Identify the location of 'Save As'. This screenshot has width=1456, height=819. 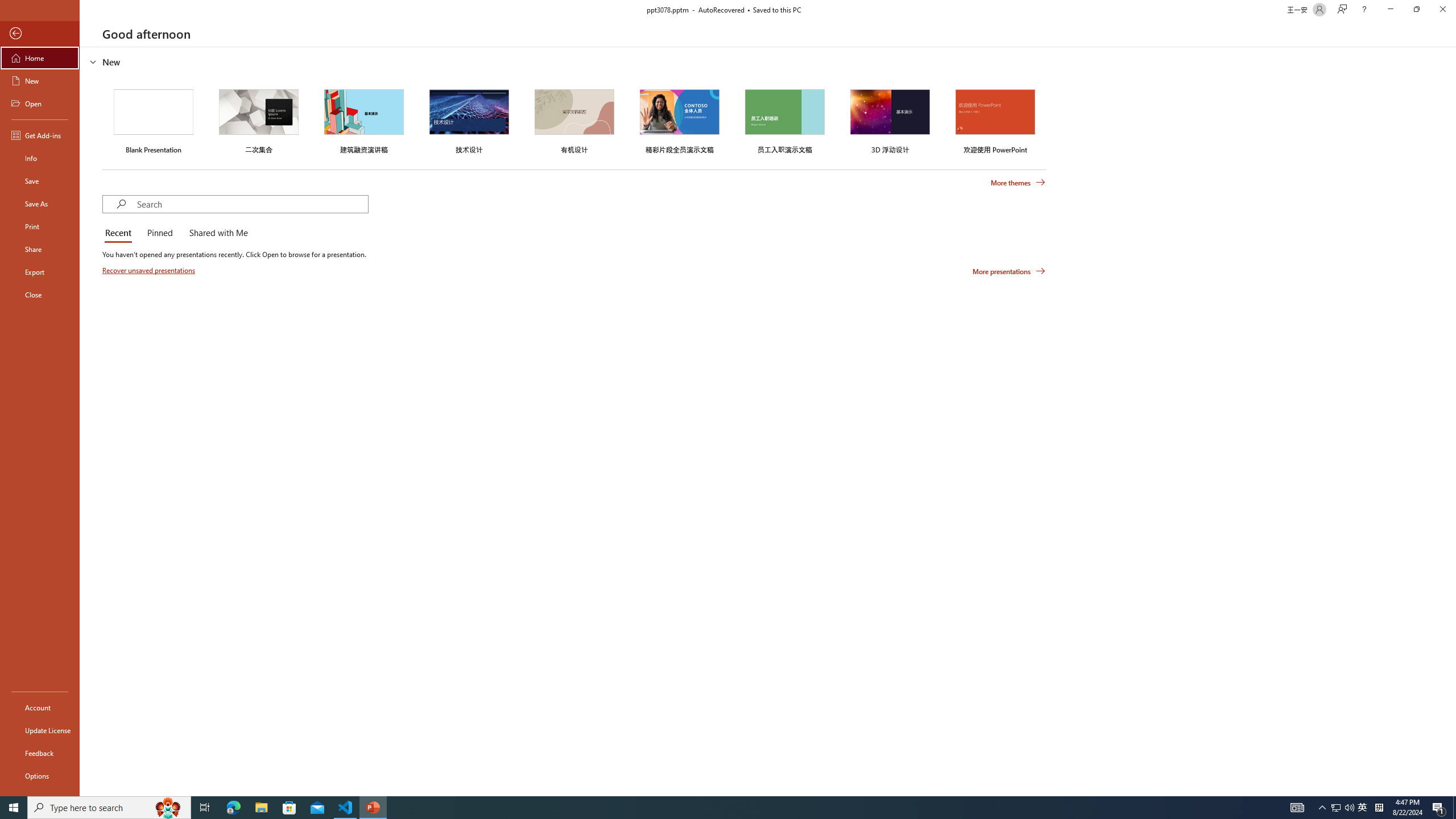
(39, 202).